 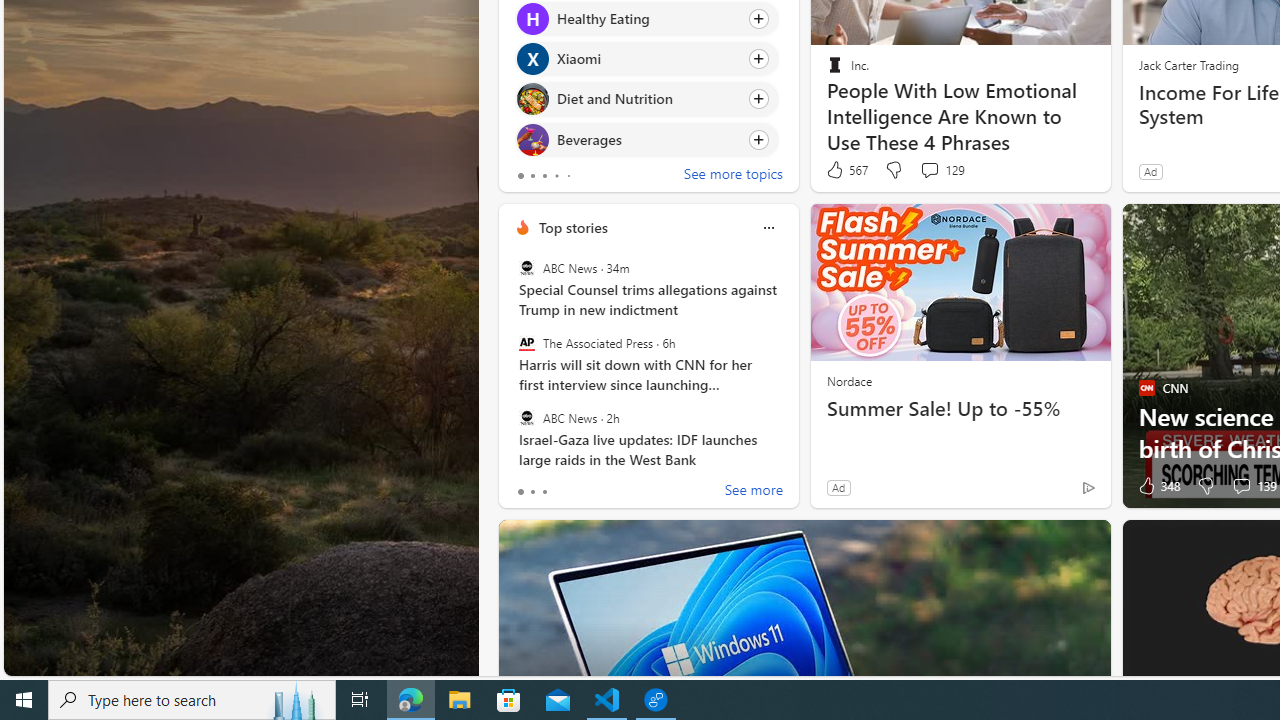 What do you see at coordinates (941, 169) in the screenshot?
I see `'View comments 129 Comment'` at bounding box center [941, 169].